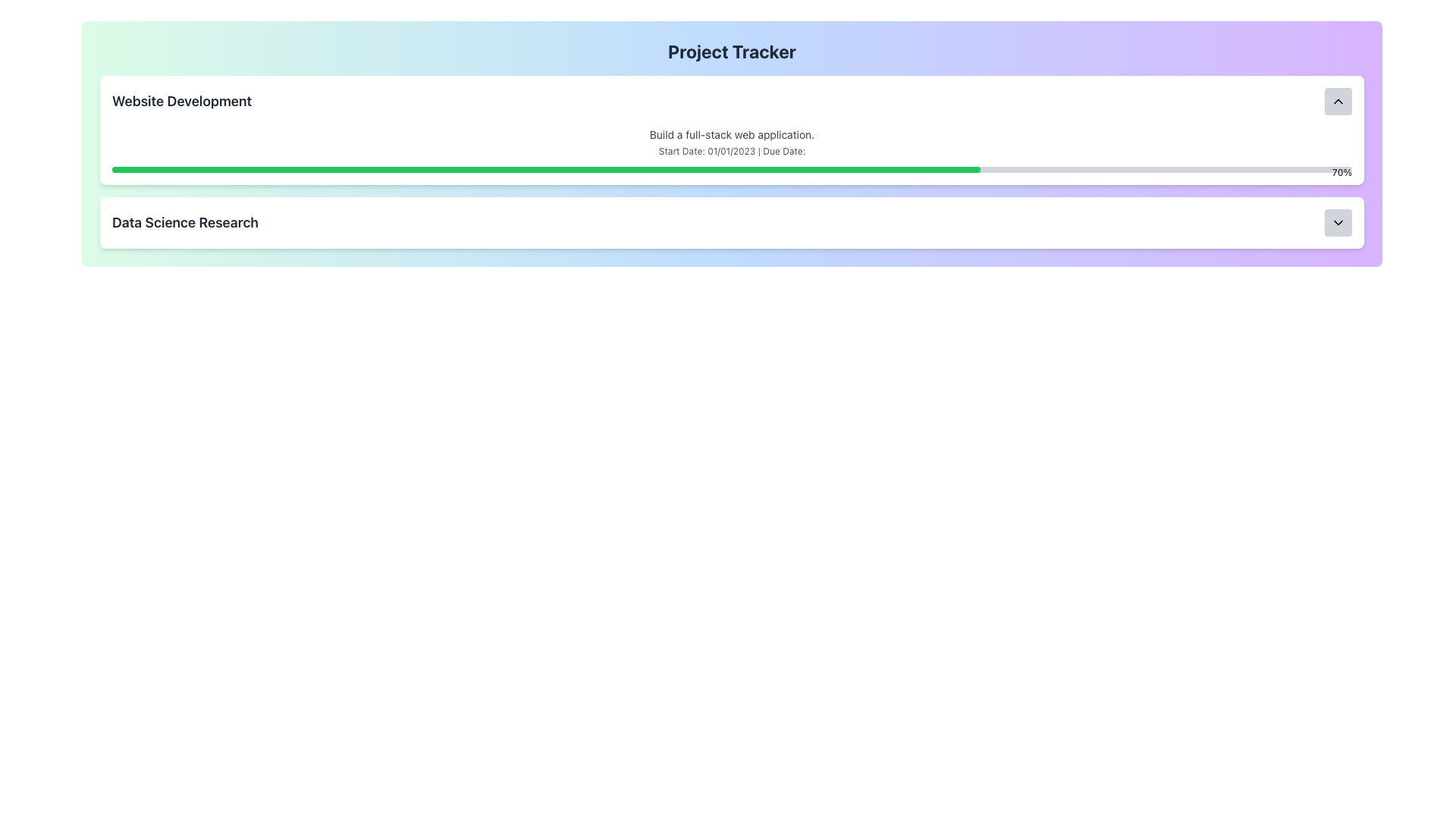 The image size is (1456, 819). What do you see at coordinates (1338, 222) in the screenshot?
I see `the button located in the bottom-right corner of the 'Data Science Research' section to trigger hover effects` at bounding box center [1338, 222].